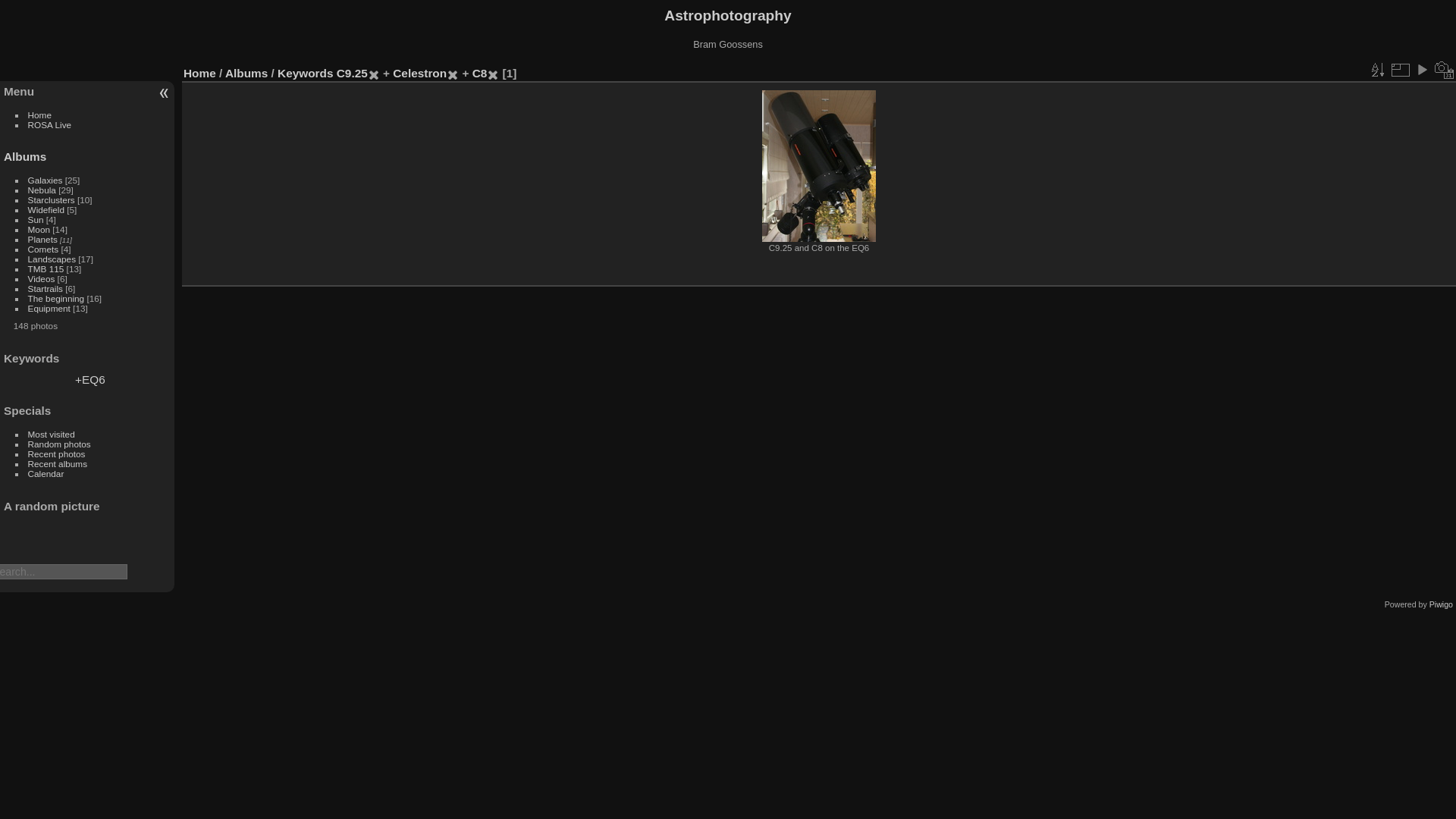  Describe the element at coordinates (51, 434) in the screenshot. I see `'Most visited'` at that location.